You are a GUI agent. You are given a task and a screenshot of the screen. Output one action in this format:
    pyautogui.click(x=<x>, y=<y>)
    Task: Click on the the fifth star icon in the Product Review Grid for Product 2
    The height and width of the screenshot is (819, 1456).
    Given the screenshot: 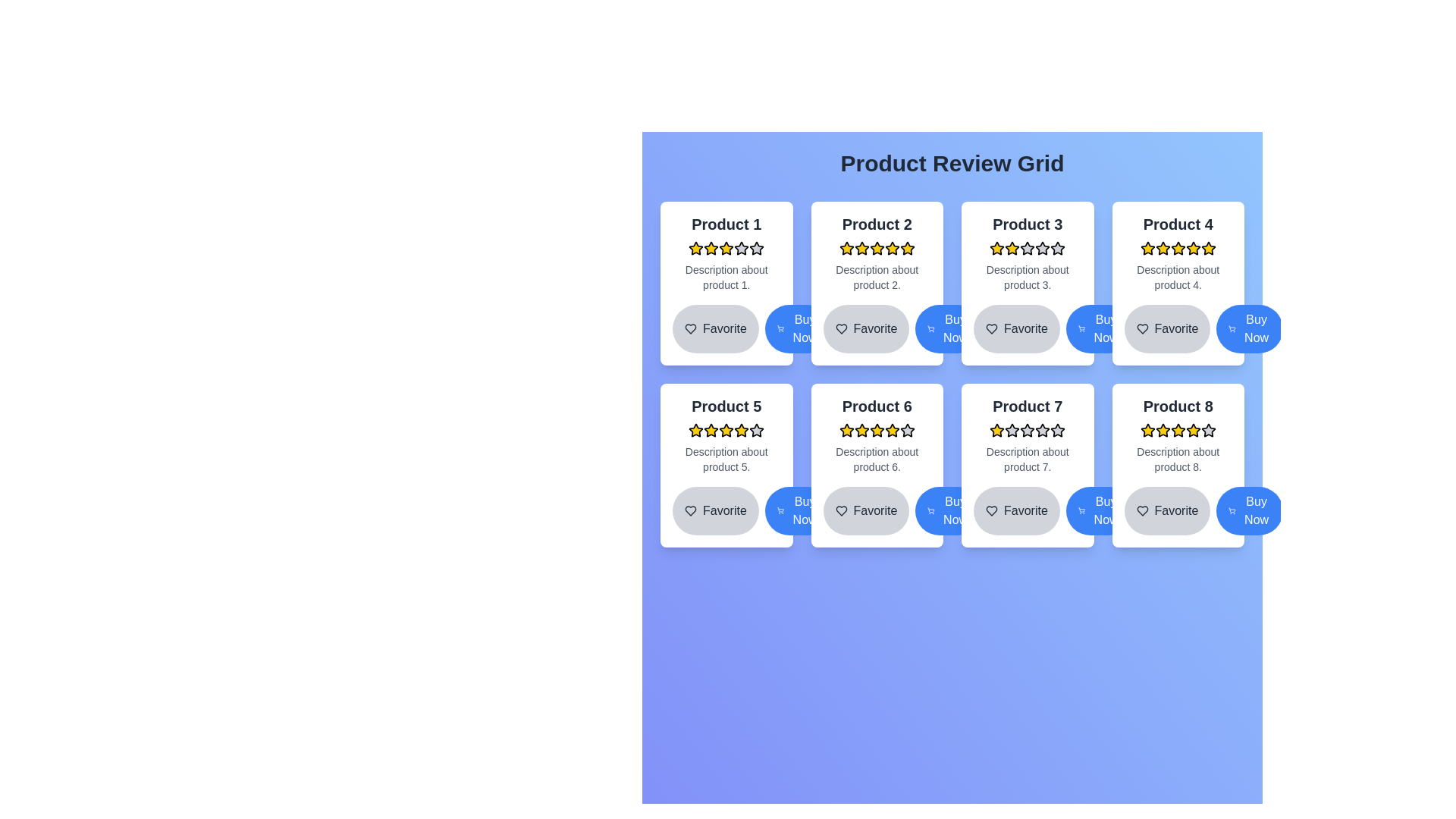 What is the action you would take?
    pyautogui.click(x=907, y=247)
    